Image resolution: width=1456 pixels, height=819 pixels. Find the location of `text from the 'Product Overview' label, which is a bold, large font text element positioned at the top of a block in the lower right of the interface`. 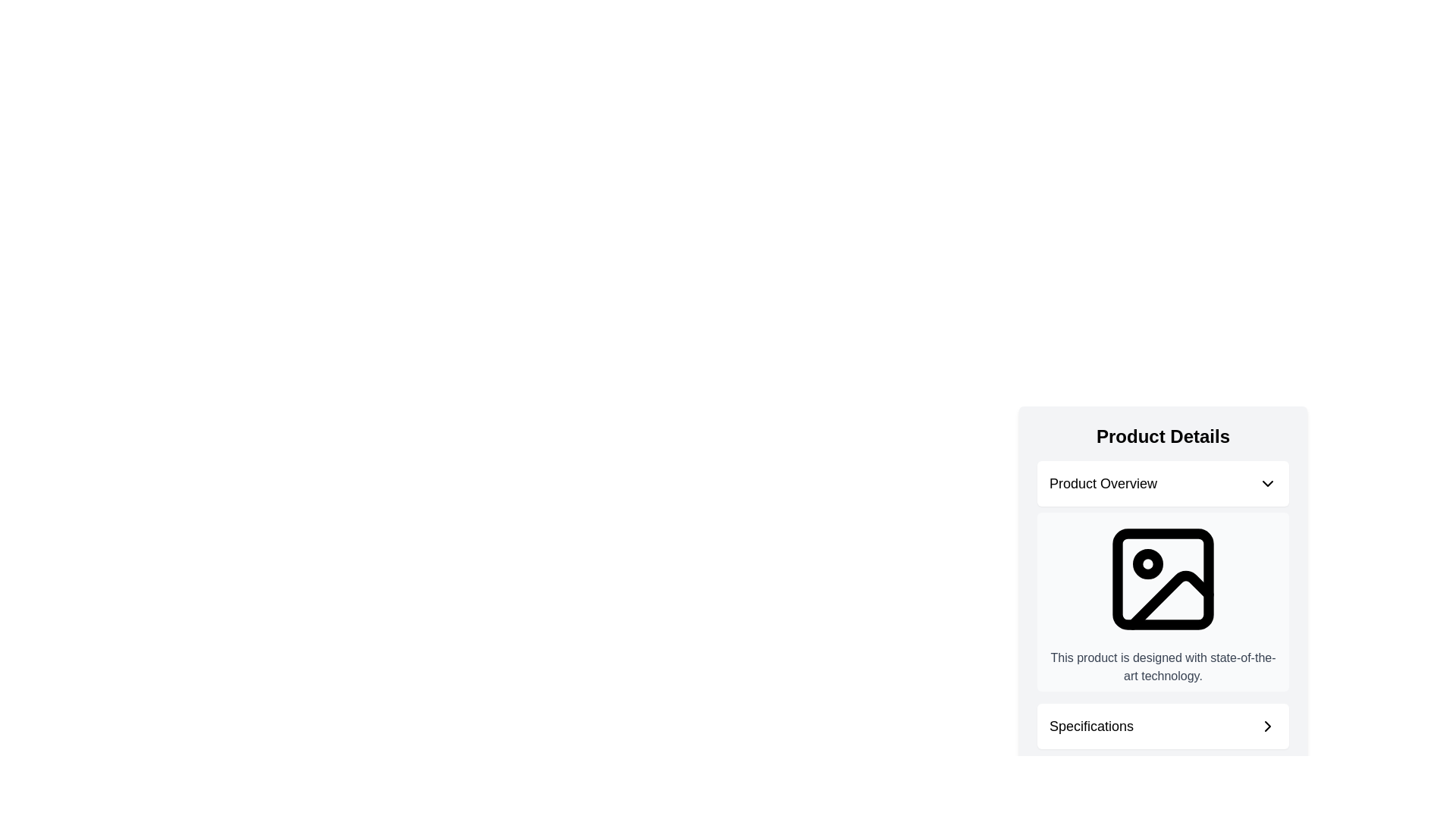

text from the 'Product Overview' label, which is a bold, large font text element positioned at the top of a block in the lower right of the interface is located at coordinates (1103, 483).